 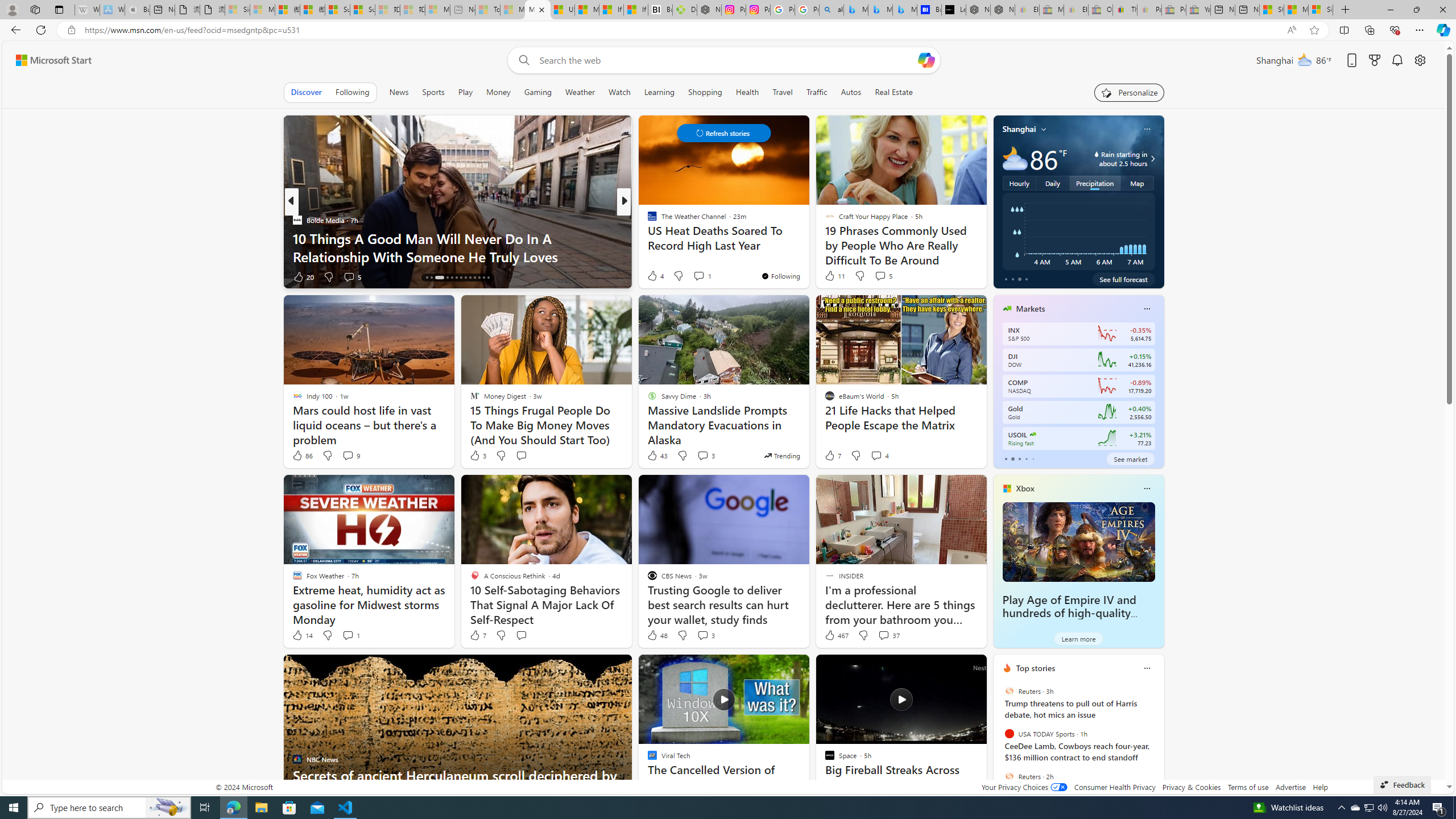 What do you see at coordinates (303, 276) in the screenshot?
I see `'20 Like'` at bounding box center [303, 276].